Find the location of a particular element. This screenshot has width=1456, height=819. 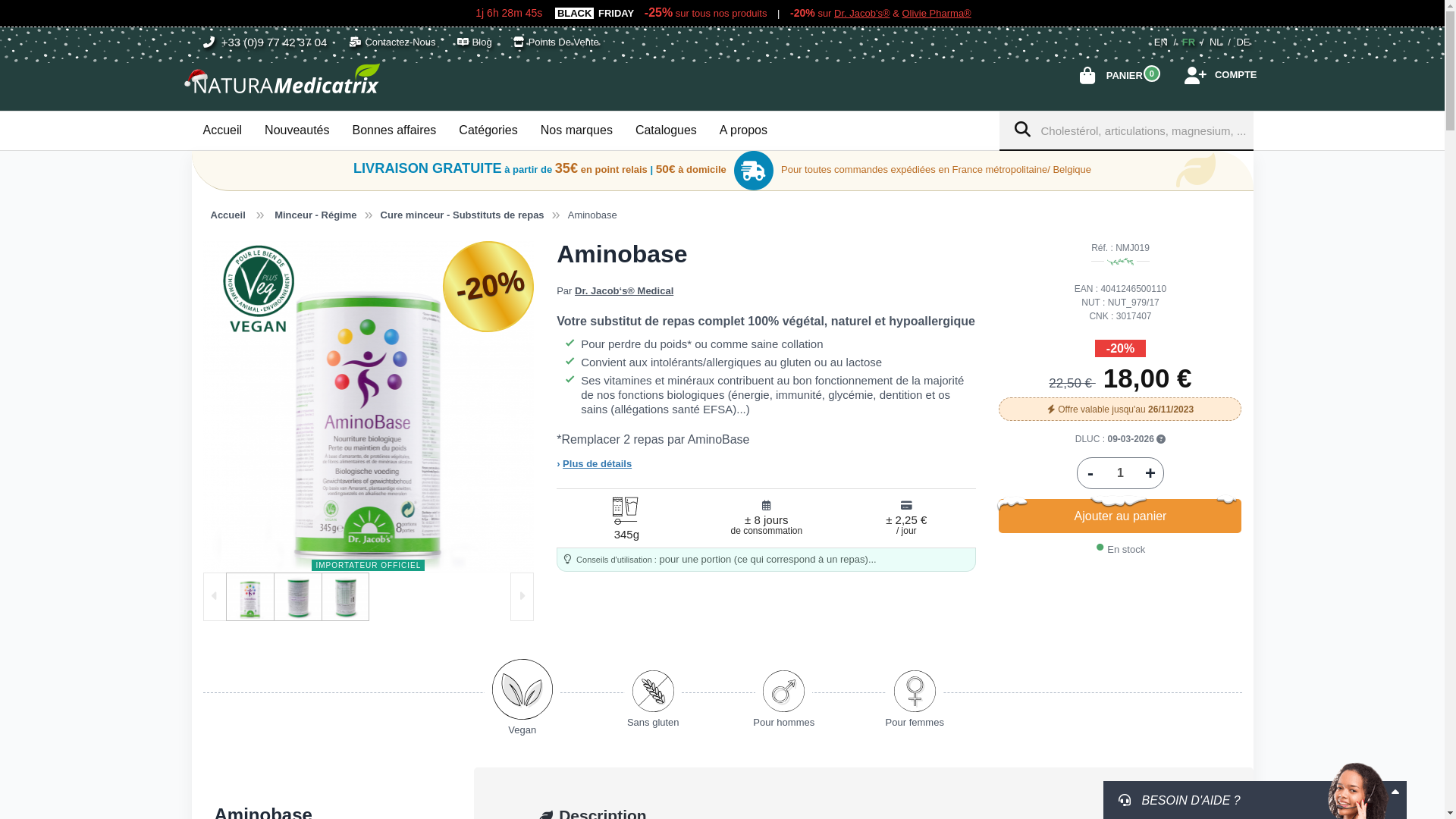

'NL' is located at coordinates (1216, 42).